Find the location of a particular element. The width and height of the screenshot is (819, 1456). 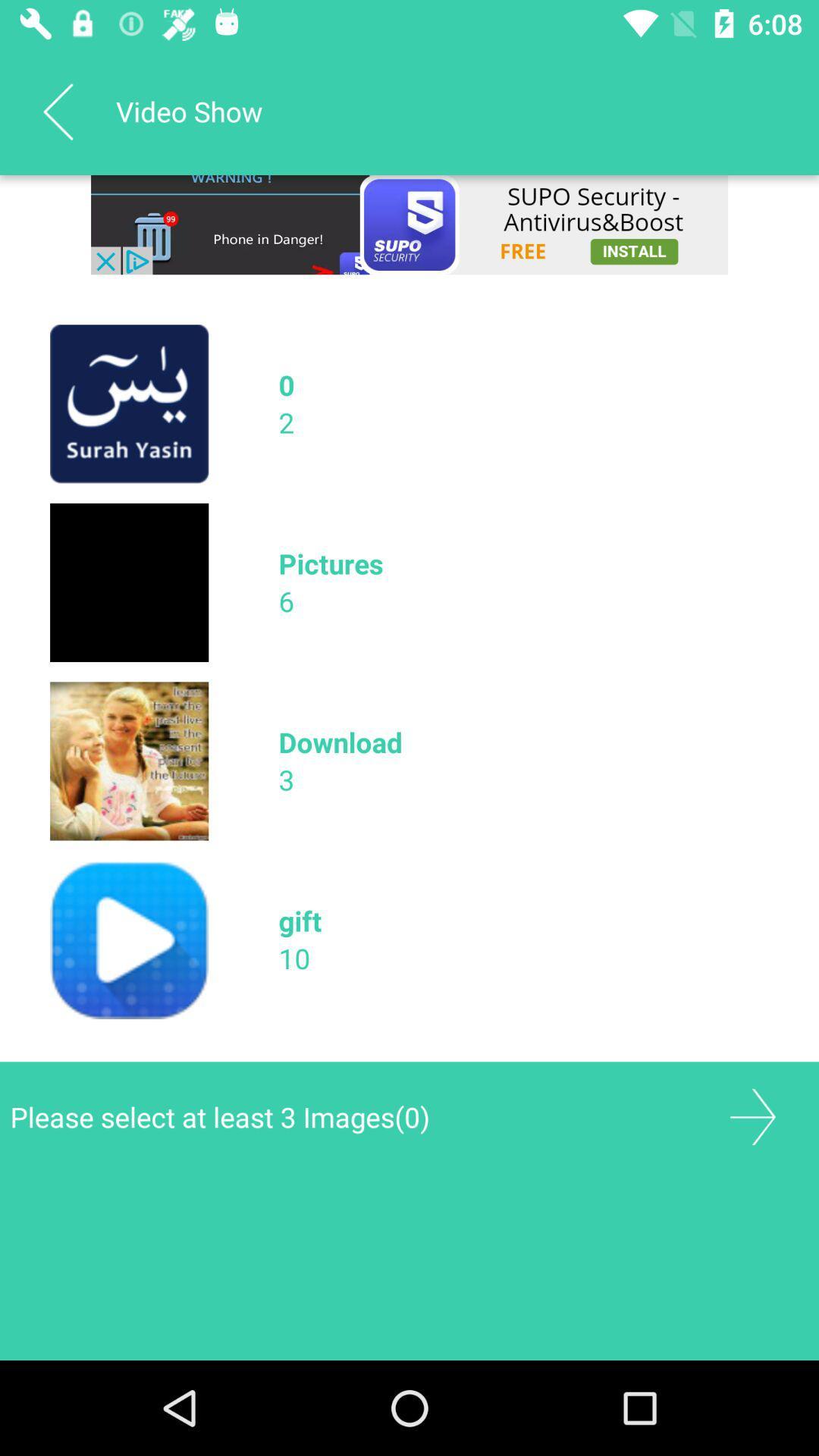

the advertisement is located at coordinates (409, 224).